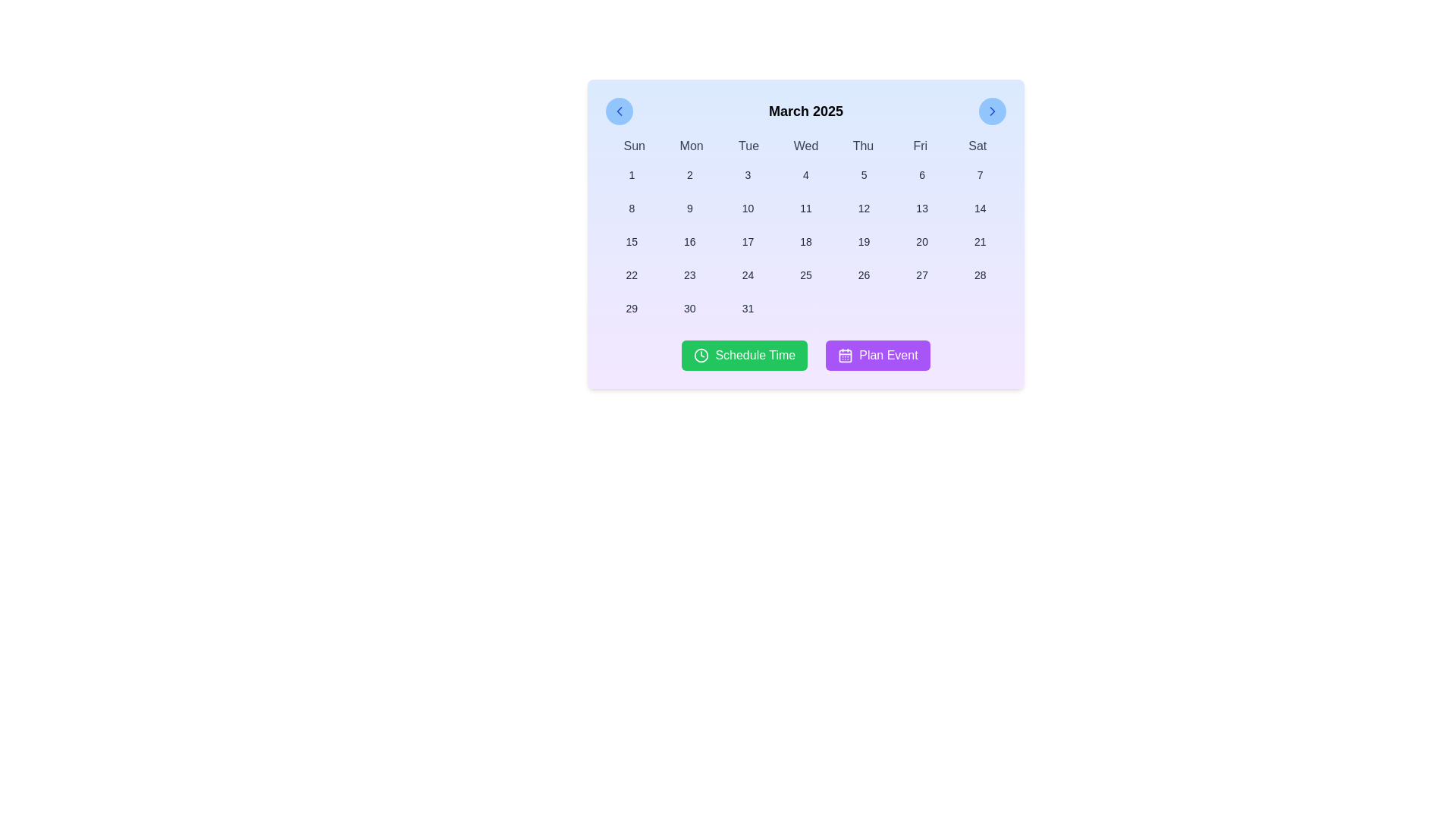 This screenshot has height=819, width=1456. I want to click on the navigation icon in the top-left corner of the calendar interface to move to the previous month, so click(619, 110).